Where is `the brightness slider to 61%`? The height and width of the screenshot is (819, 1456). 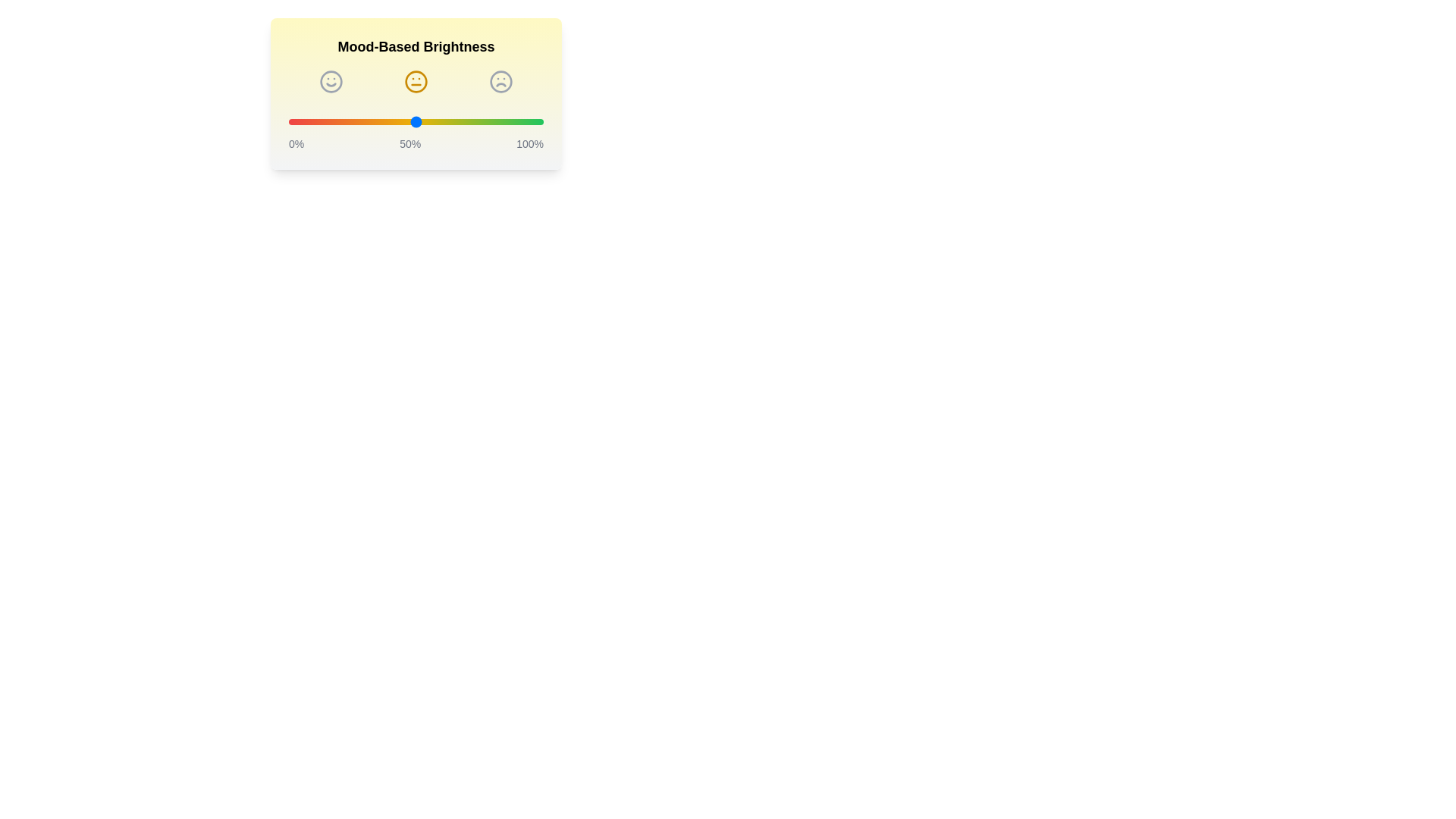 the brightness slider to 61% is located at coordinates (443, 121).